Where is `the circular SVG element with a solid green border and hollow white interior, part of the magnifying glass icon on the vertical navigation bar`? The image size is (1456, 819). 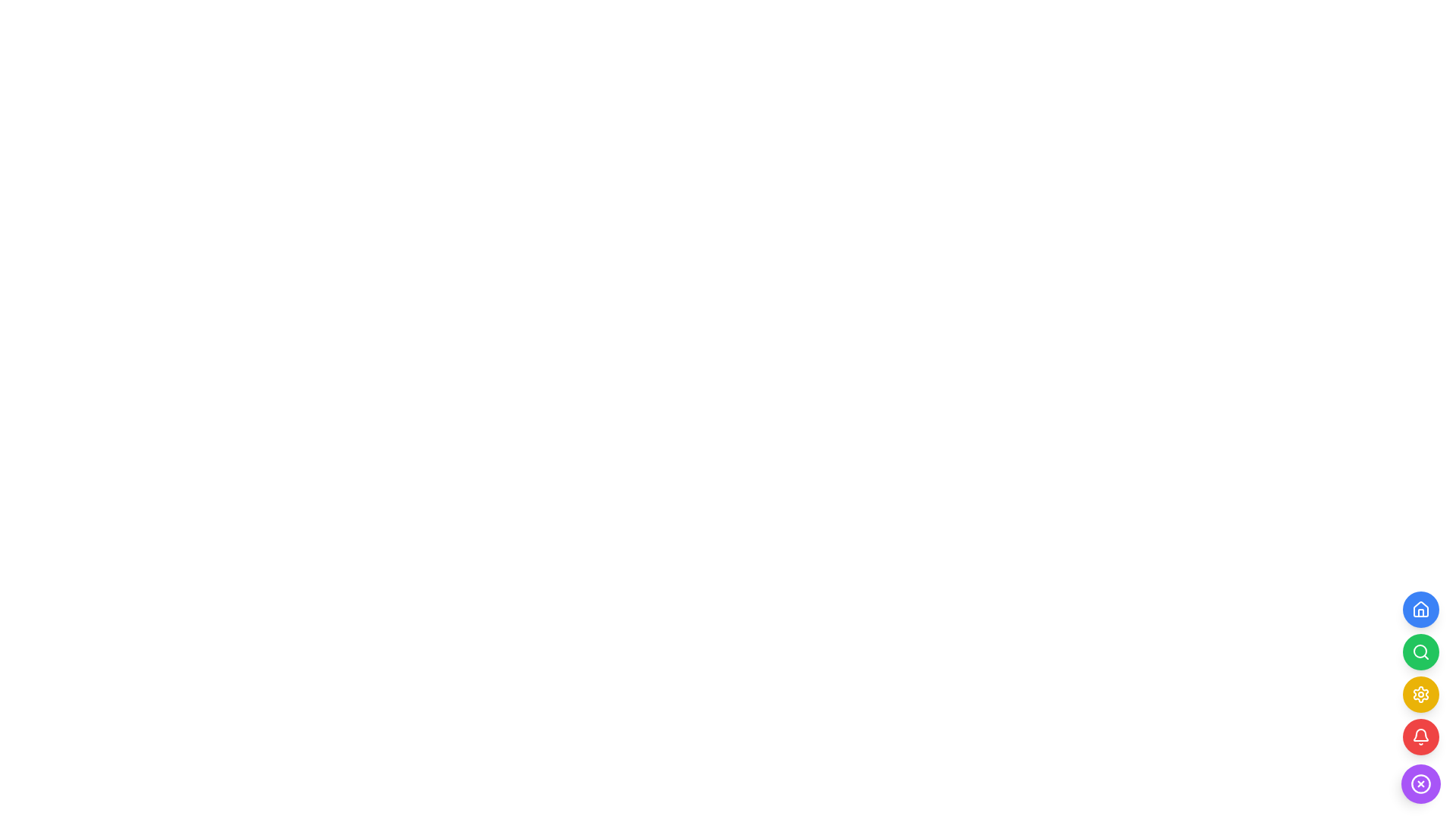 the circular SVG element with a solid green border and hollow white interior, part of the magnifying glass icon on the vertical navigation bar is located at coordinates (1419, 651).